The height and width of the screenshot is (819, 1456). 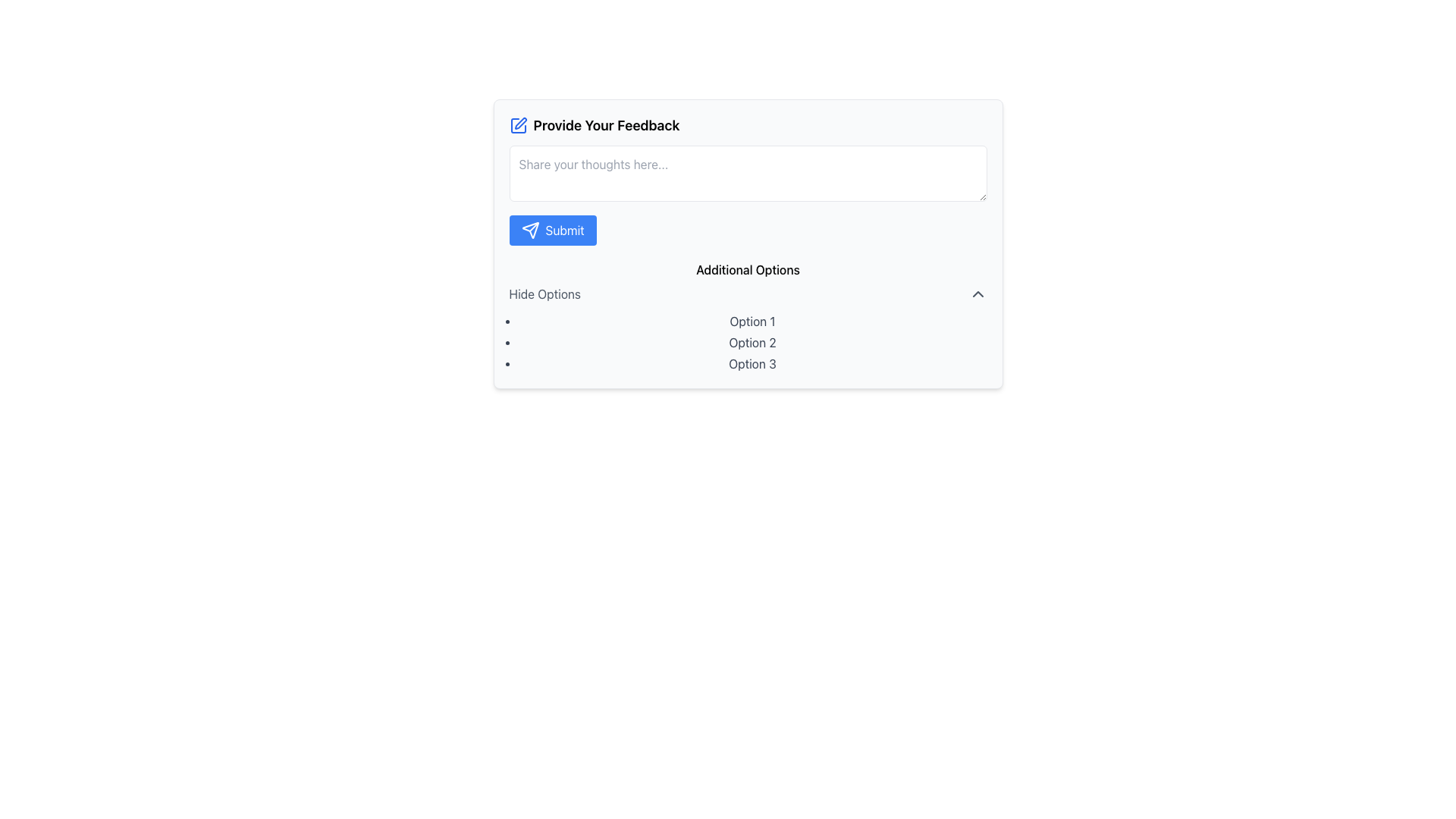 I want to click on to select the third list item in the 'Additional Options' section, located under 'Option 1' and 'Option 2', so click(x=752, y=363).